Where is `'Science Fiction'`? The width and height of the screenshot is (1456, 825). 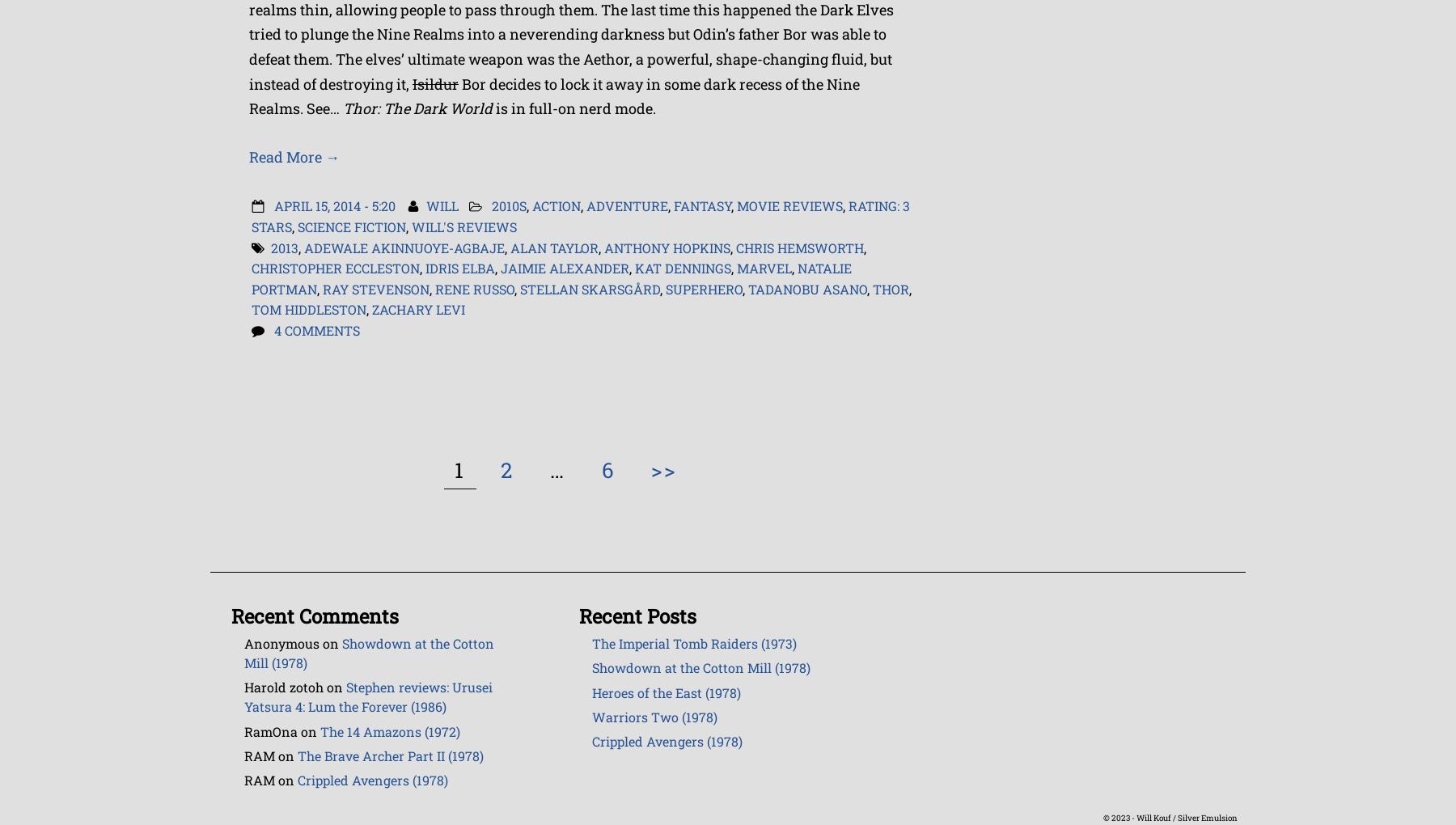 'Science Fiction' is located at coordinates (297, 225).